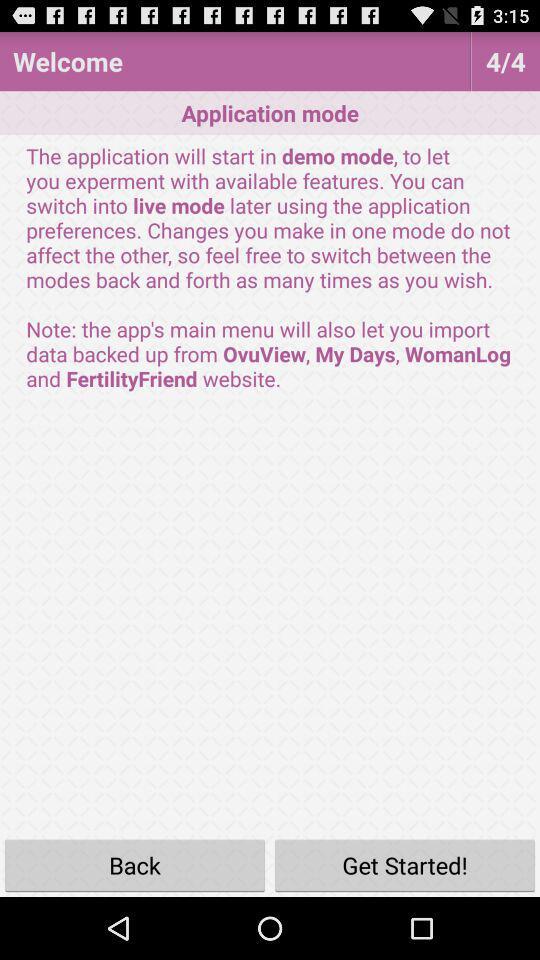 The height and width of the screenshot is (960, 540). What do you see at coordinates (135, 864) in the screenshot?
I see `the icon below the application will` at bounding box center [135, 864].